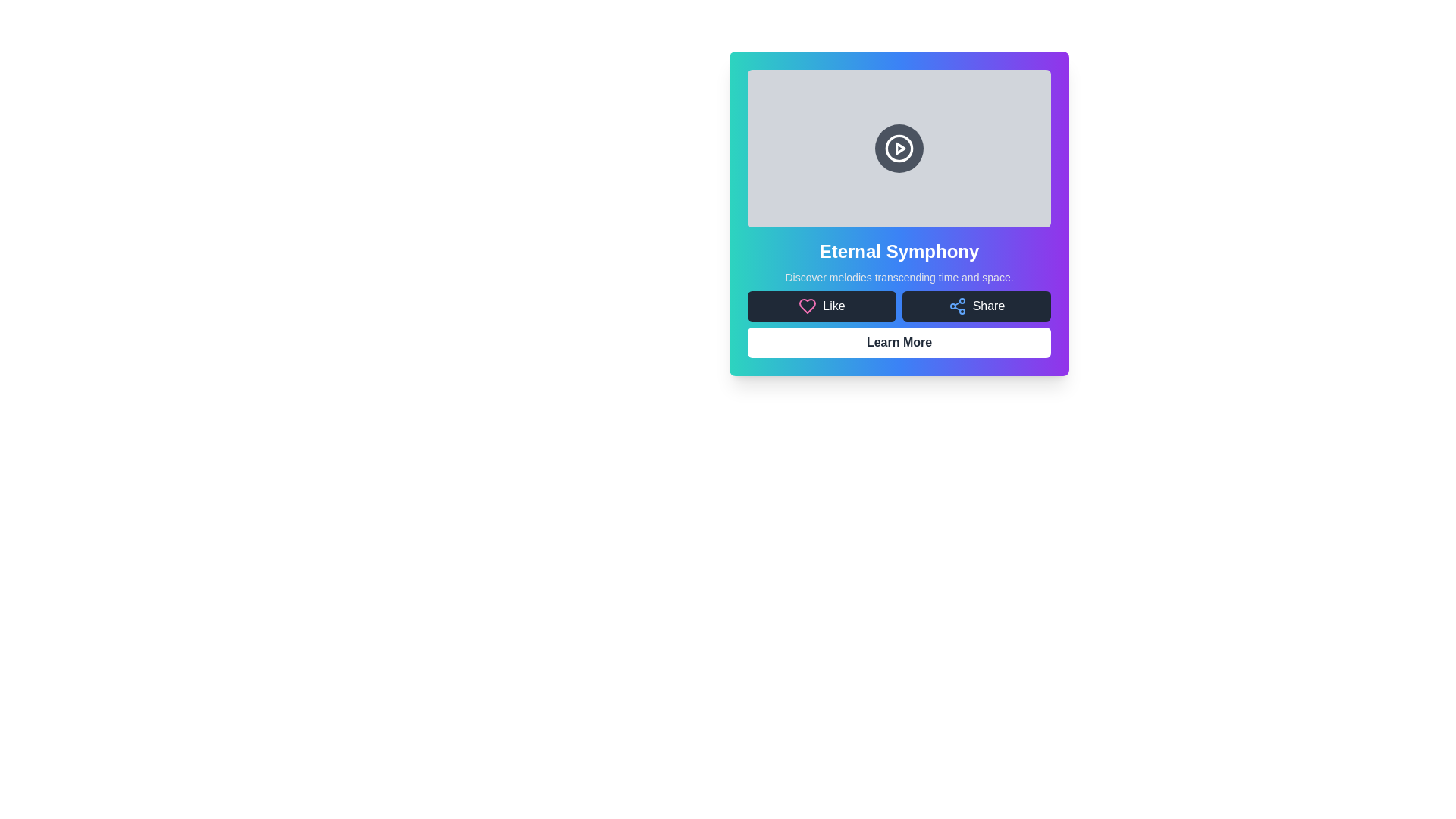 The height and width of the screenshot is (819, 1456). Describe the element at coordinates (807, 306) in the screenshot. I see `the heart-shaped icon outlined in pink, located within the 'Like' button at the bottom-left corner of the 'Eternal Symphony' card` at that location.